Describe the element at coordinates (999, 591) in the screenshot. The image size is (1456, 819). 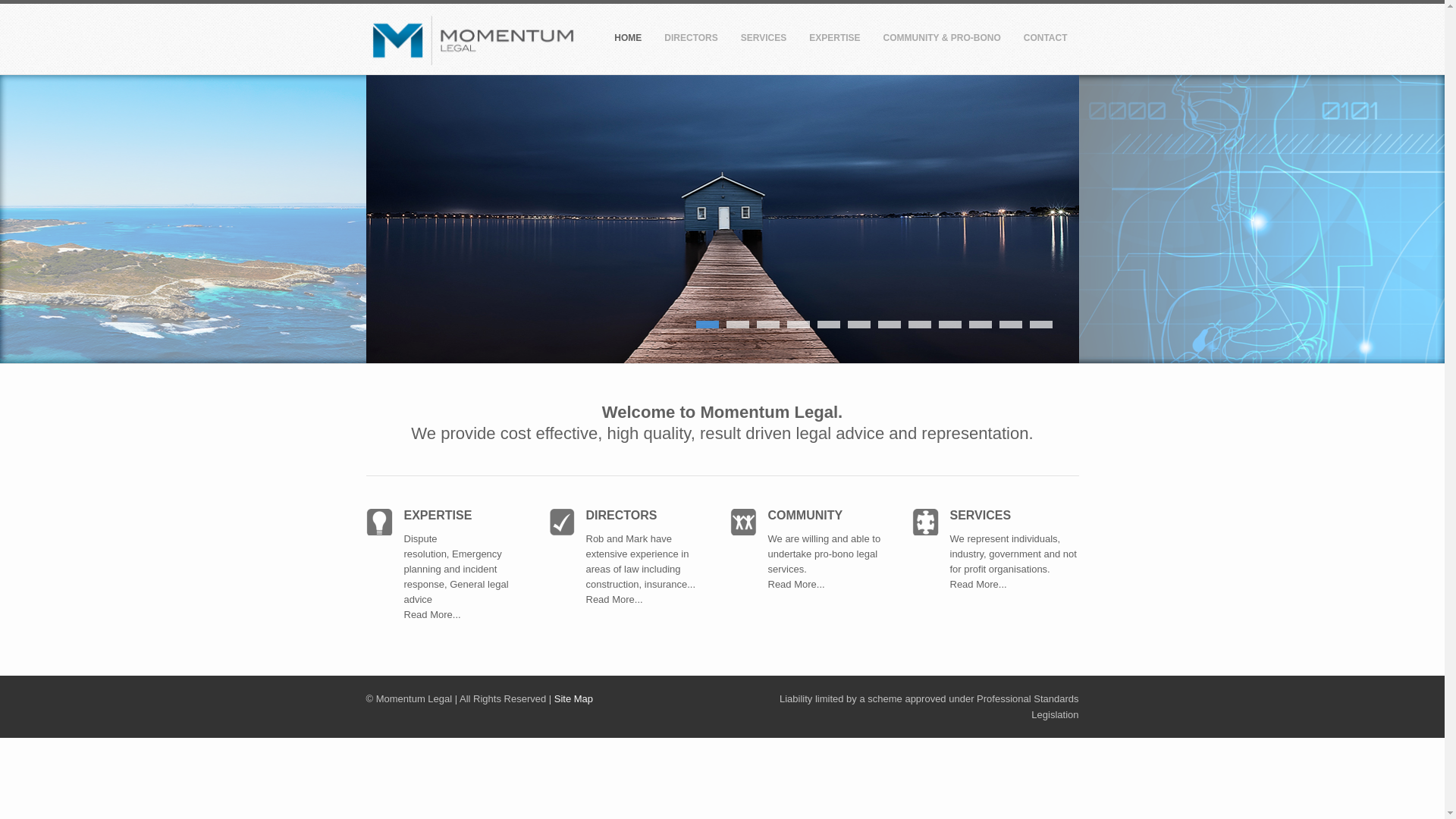
I see `'Read More...'` at that location.